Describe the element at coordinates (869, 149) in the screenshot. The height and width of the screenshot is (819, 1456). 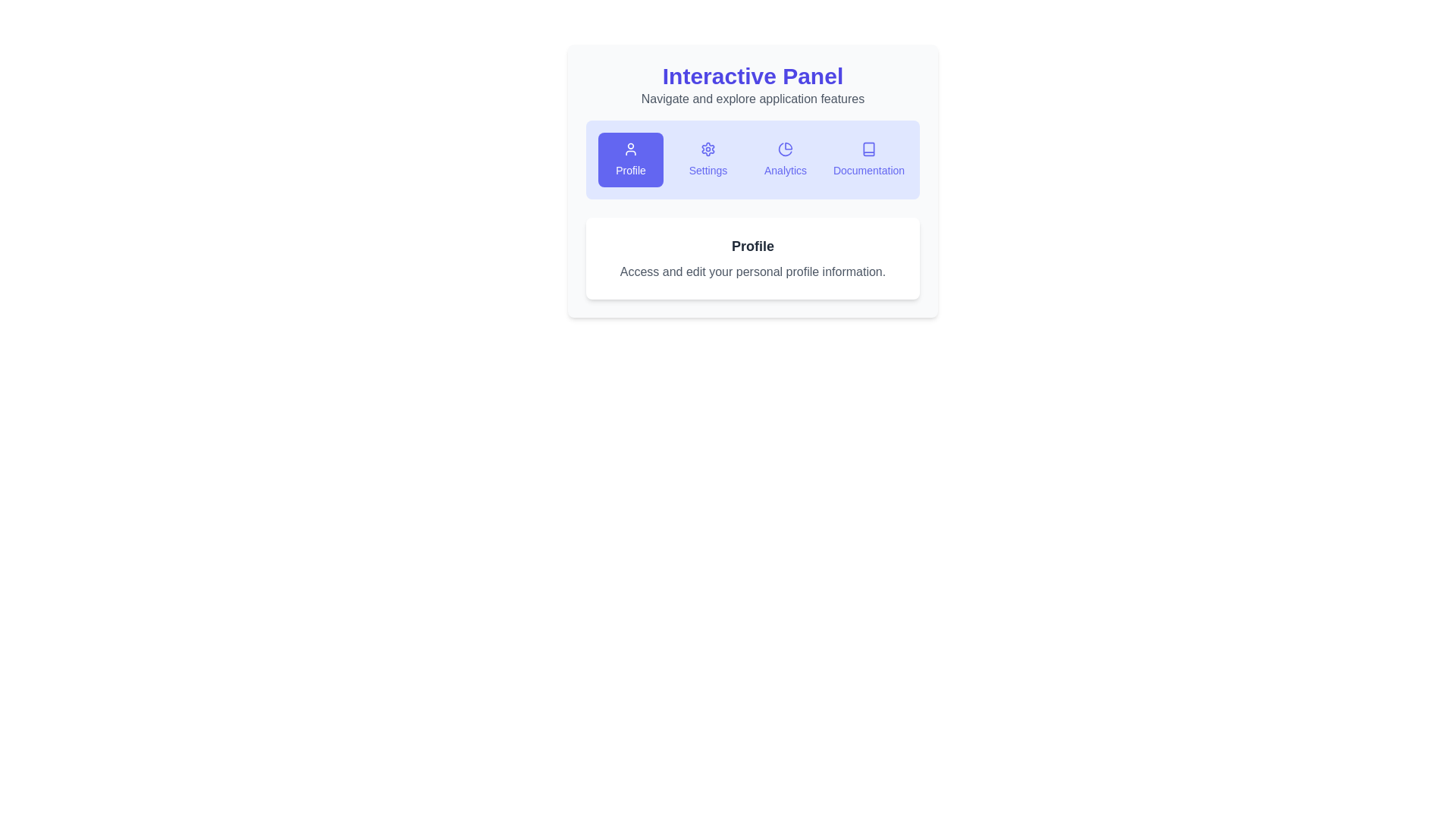
I see `the fourth icon in the top-right corner of the toolbar, which represents 'Documentation' or related resources` at that location.